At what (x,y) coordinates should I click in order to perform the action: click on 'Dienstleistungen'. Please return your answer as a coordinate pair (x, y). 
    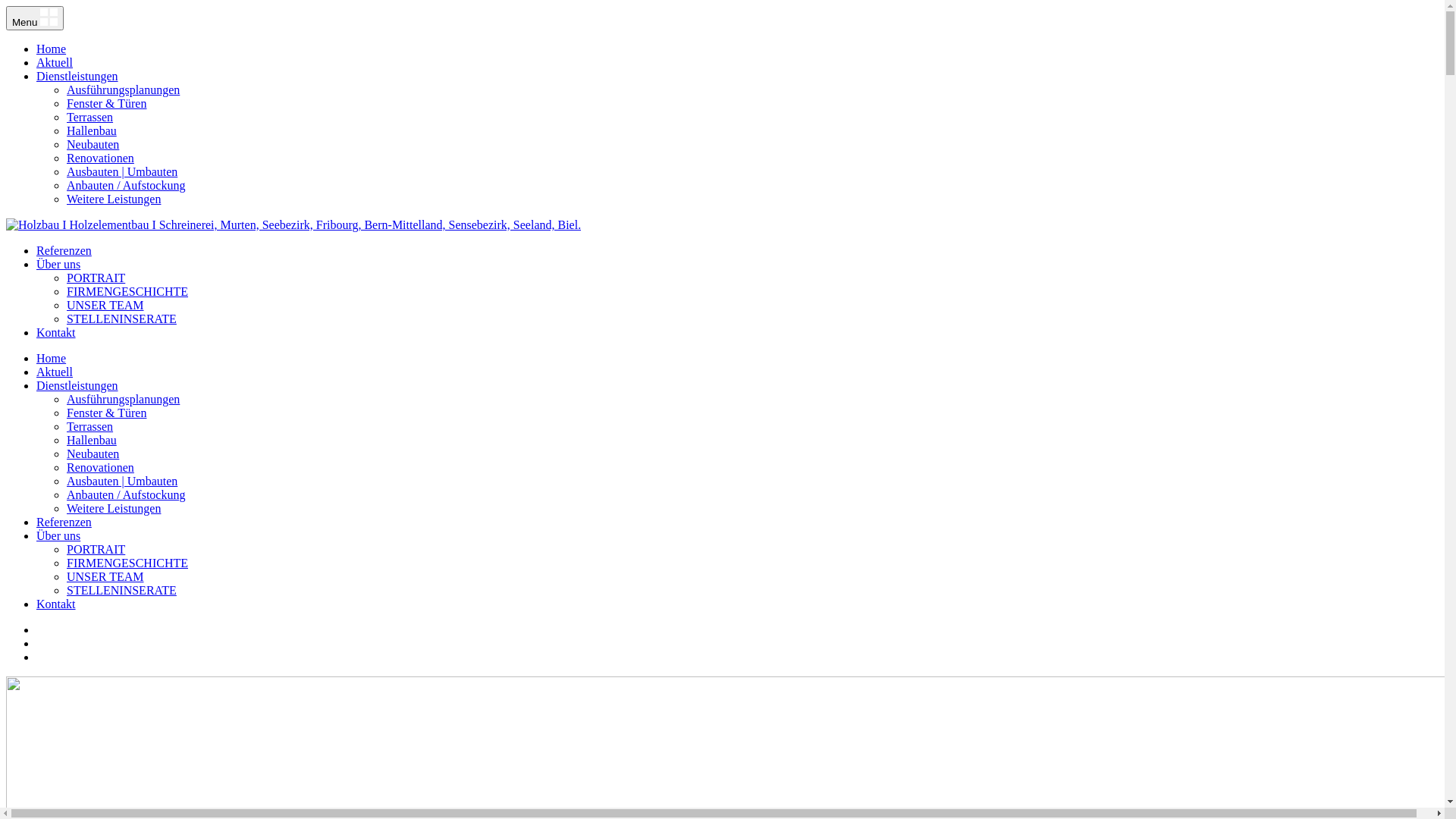
    Looking at the image, I should click on (76, 76).